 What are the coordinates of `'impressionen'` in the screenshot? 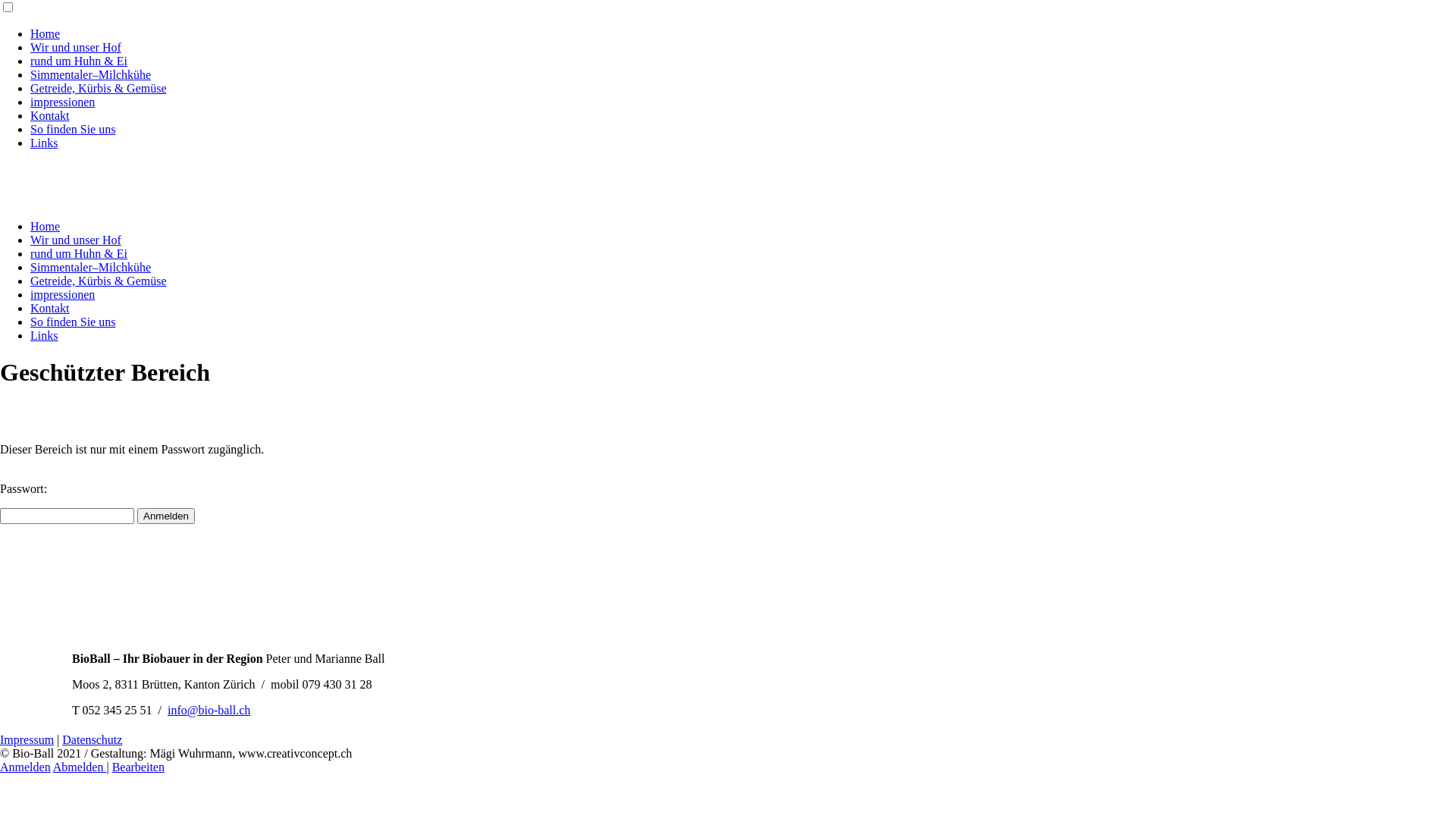 It's located at (61, 102).